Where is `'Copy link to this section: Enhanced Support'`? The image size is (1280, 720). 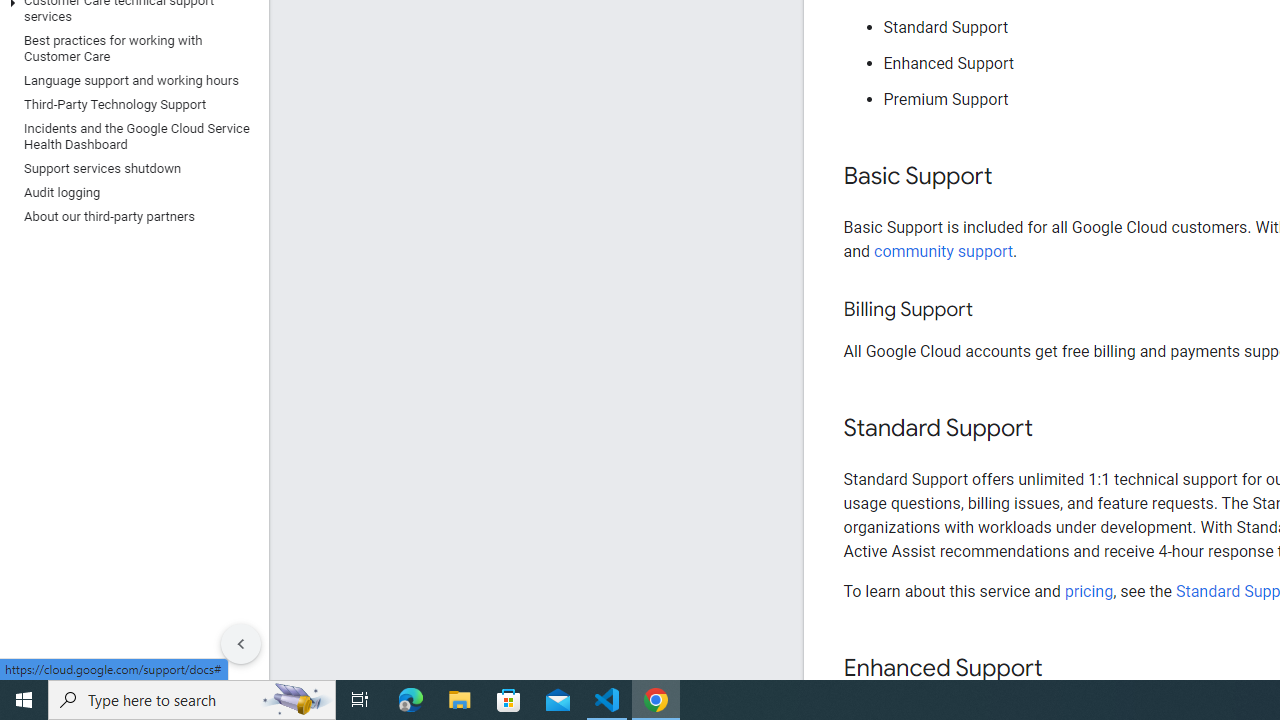
'Copy link to this section: Enhanced Support' is located at coordinates (1061, 669).